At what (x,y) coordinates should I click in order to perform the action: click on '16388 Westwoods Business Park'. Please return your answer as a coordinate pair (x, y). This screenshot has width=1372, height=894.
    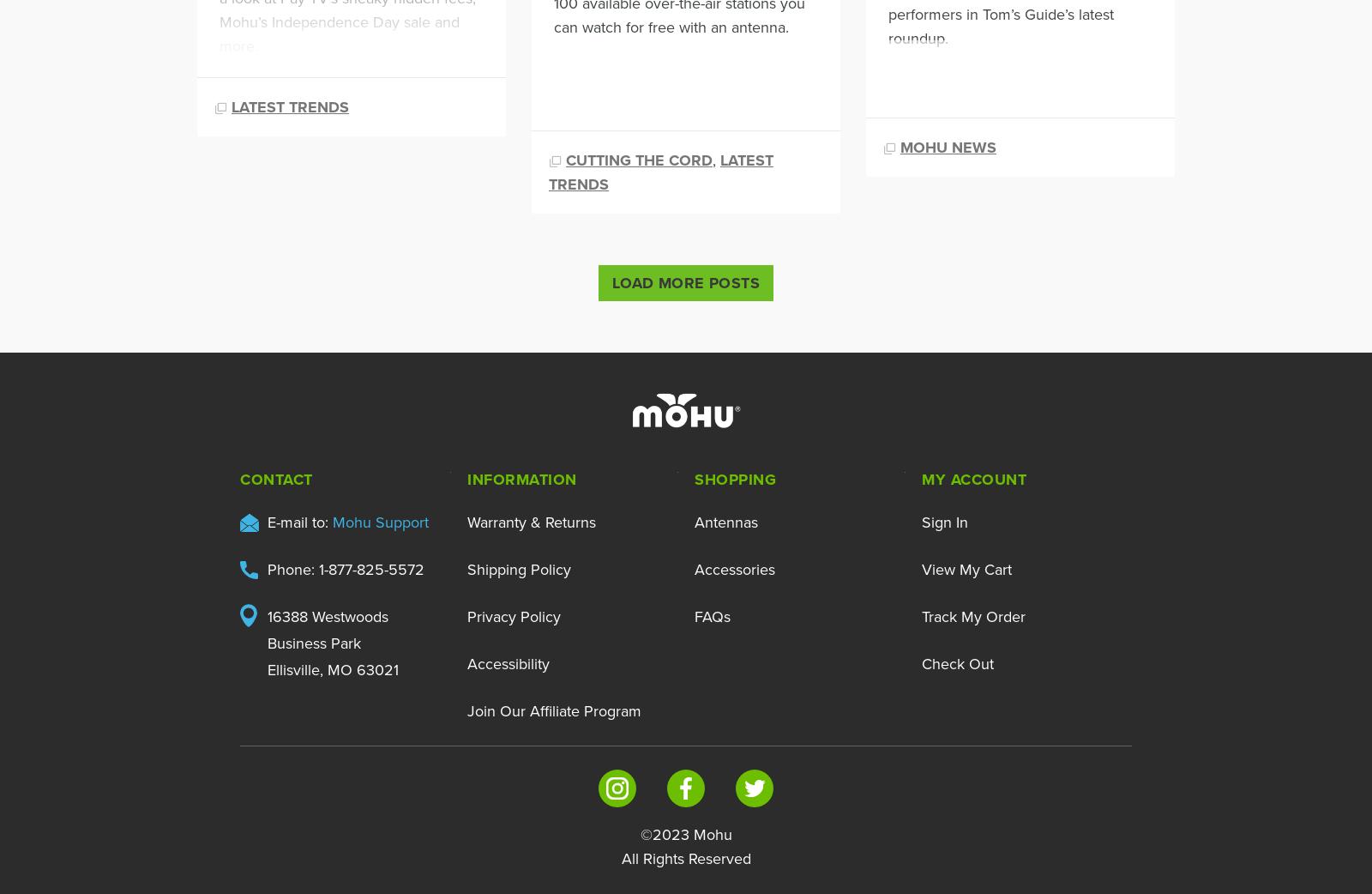
    Looking at the image, I should click on (328, 628).